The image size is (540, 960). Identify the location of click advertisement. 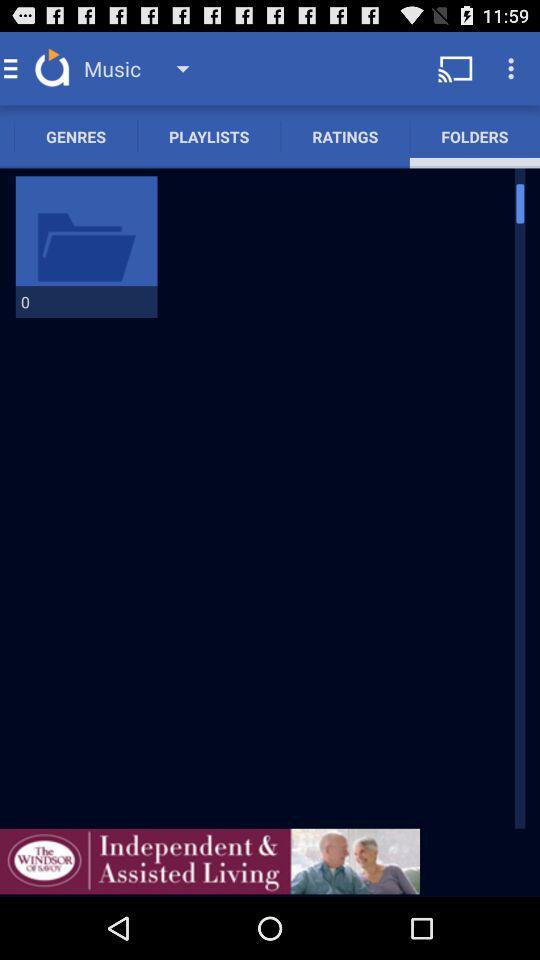
(209, 860).